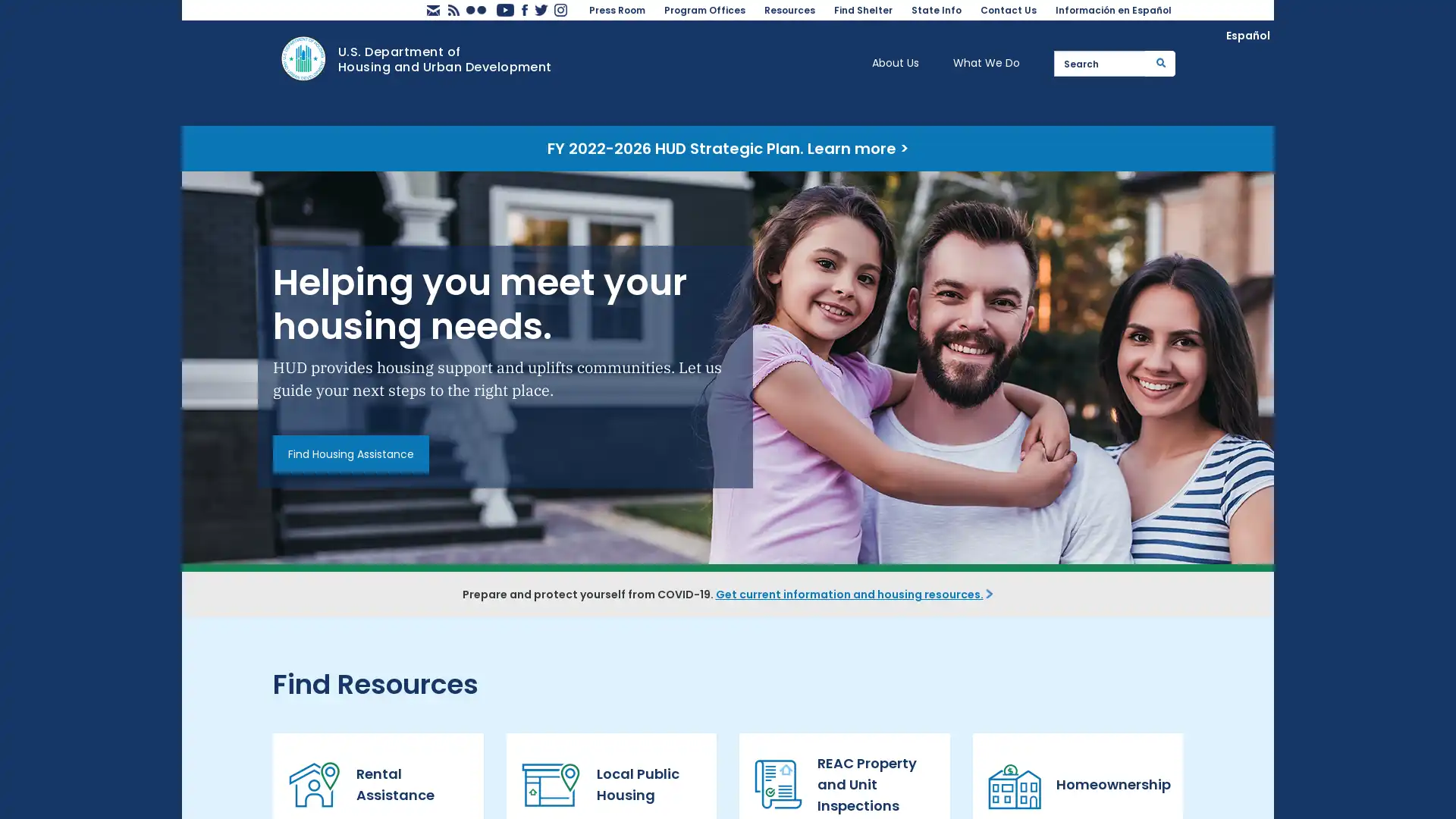 The width and height of the screenshot is (1456, 819). I want to click on Submit, so click(1159, 62).